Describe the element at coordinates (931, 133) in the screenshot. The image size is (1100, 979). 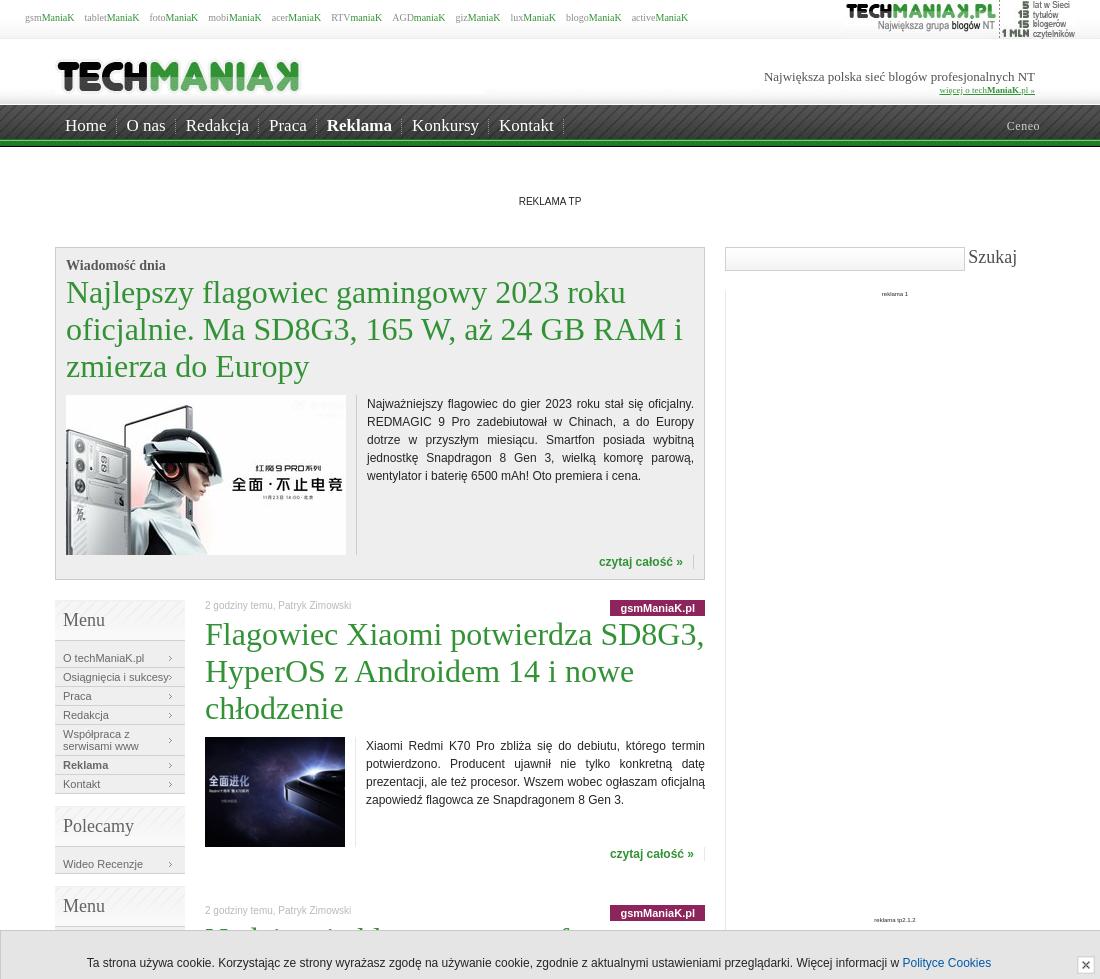
I see `'Mobilna Pasja'` at that location.